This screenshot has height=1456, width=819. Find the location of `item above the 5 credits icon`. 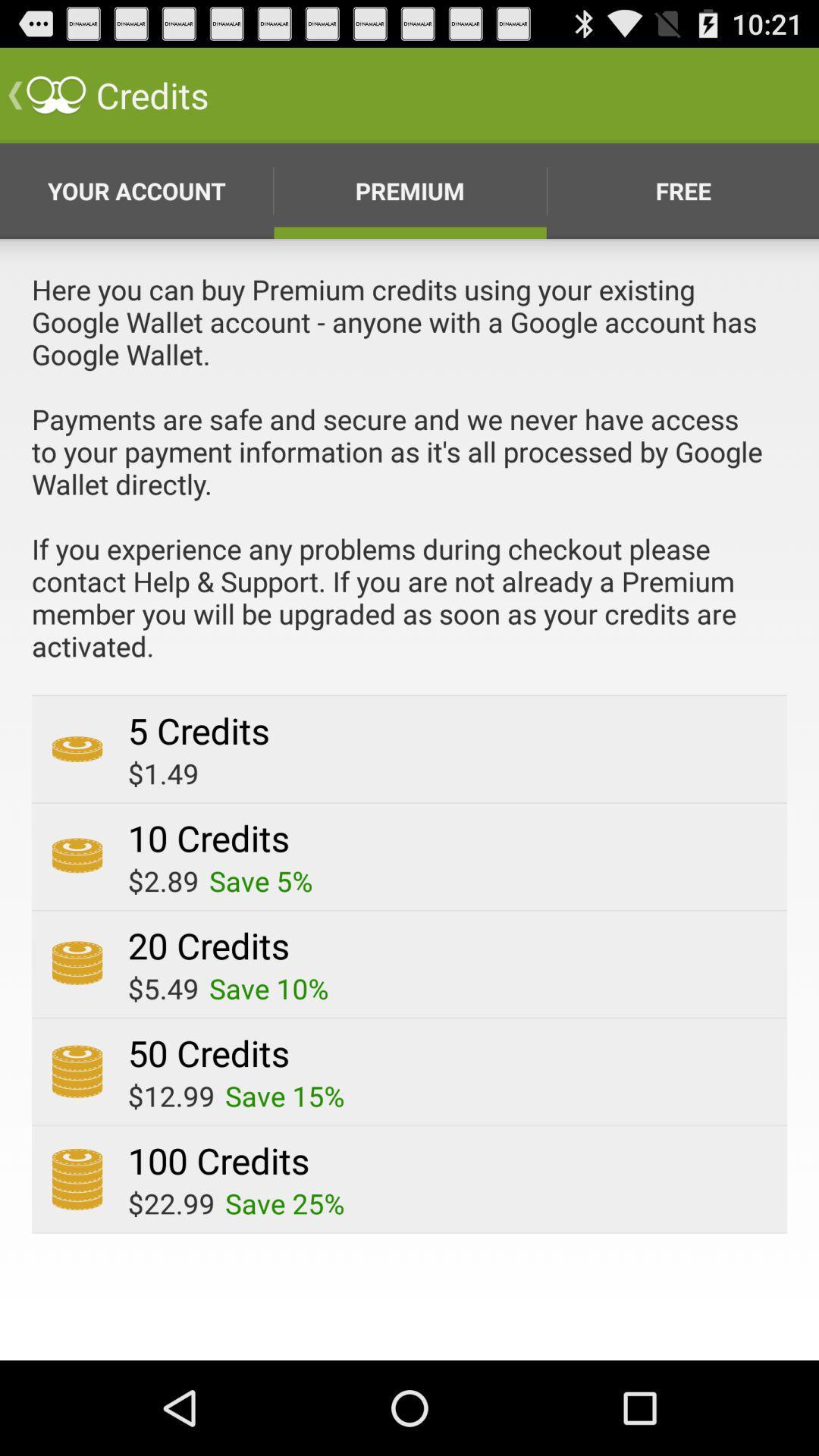

item above the 5 credits icon is located at coordinates (409, 482).